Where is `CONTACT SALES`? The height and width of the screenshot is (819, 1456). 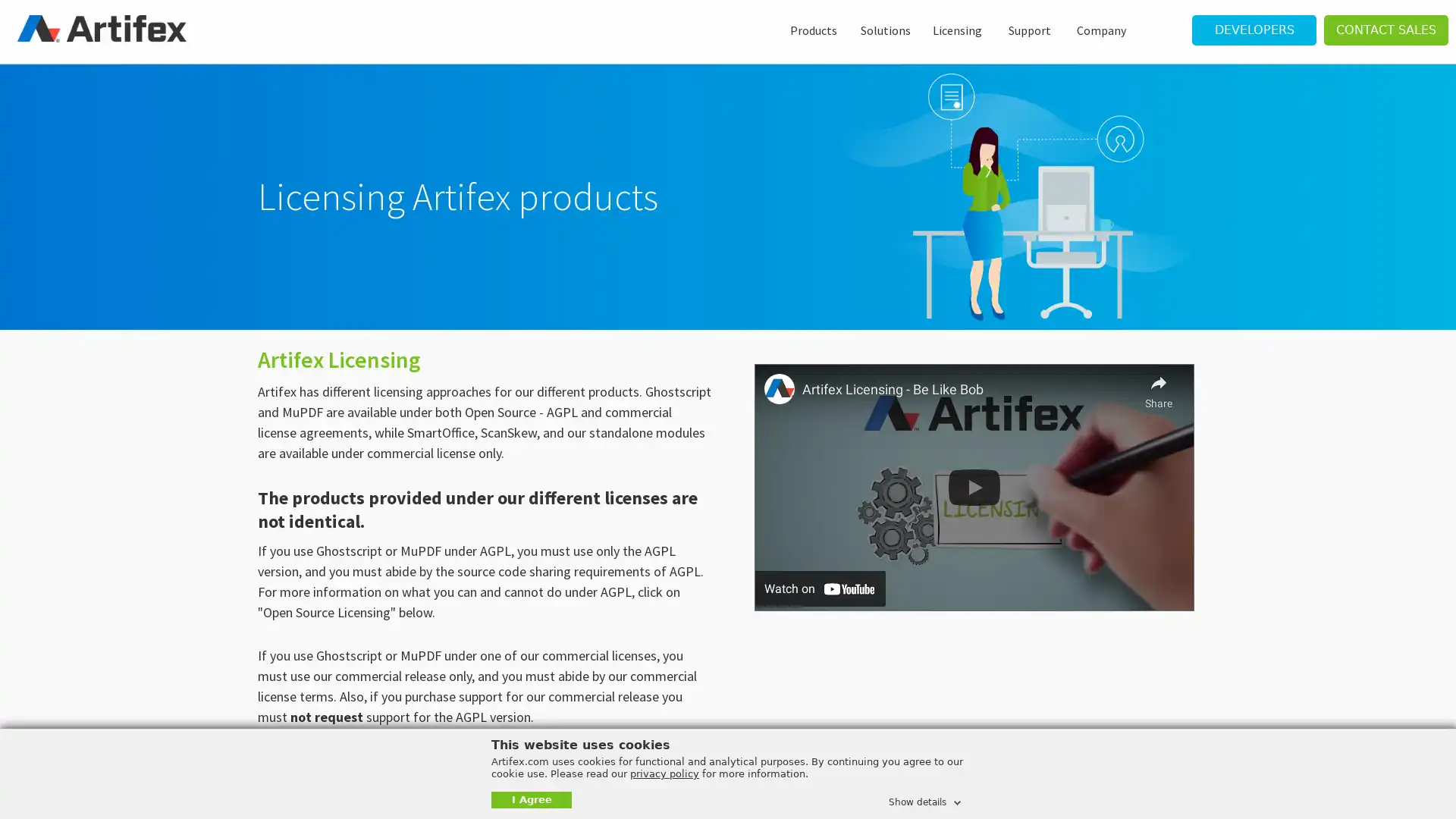 CONTACT SALES is located at coordinates (1386, 30).